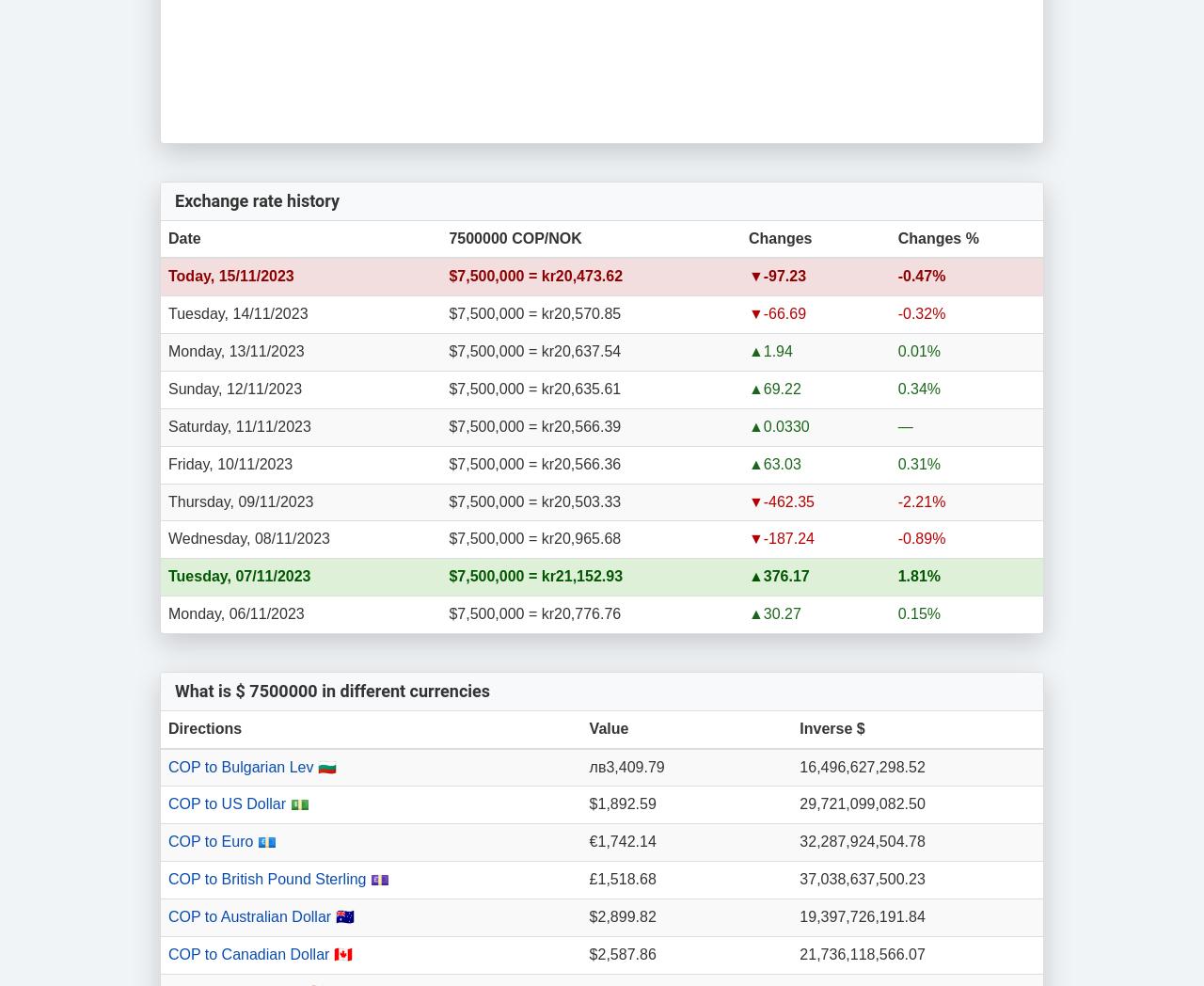 The image size is (1204, 986). What do you see at coordinates (861, 765) in the screenshot?
I see `'16,496,627,298.52'` at bounding box center [861, 765].